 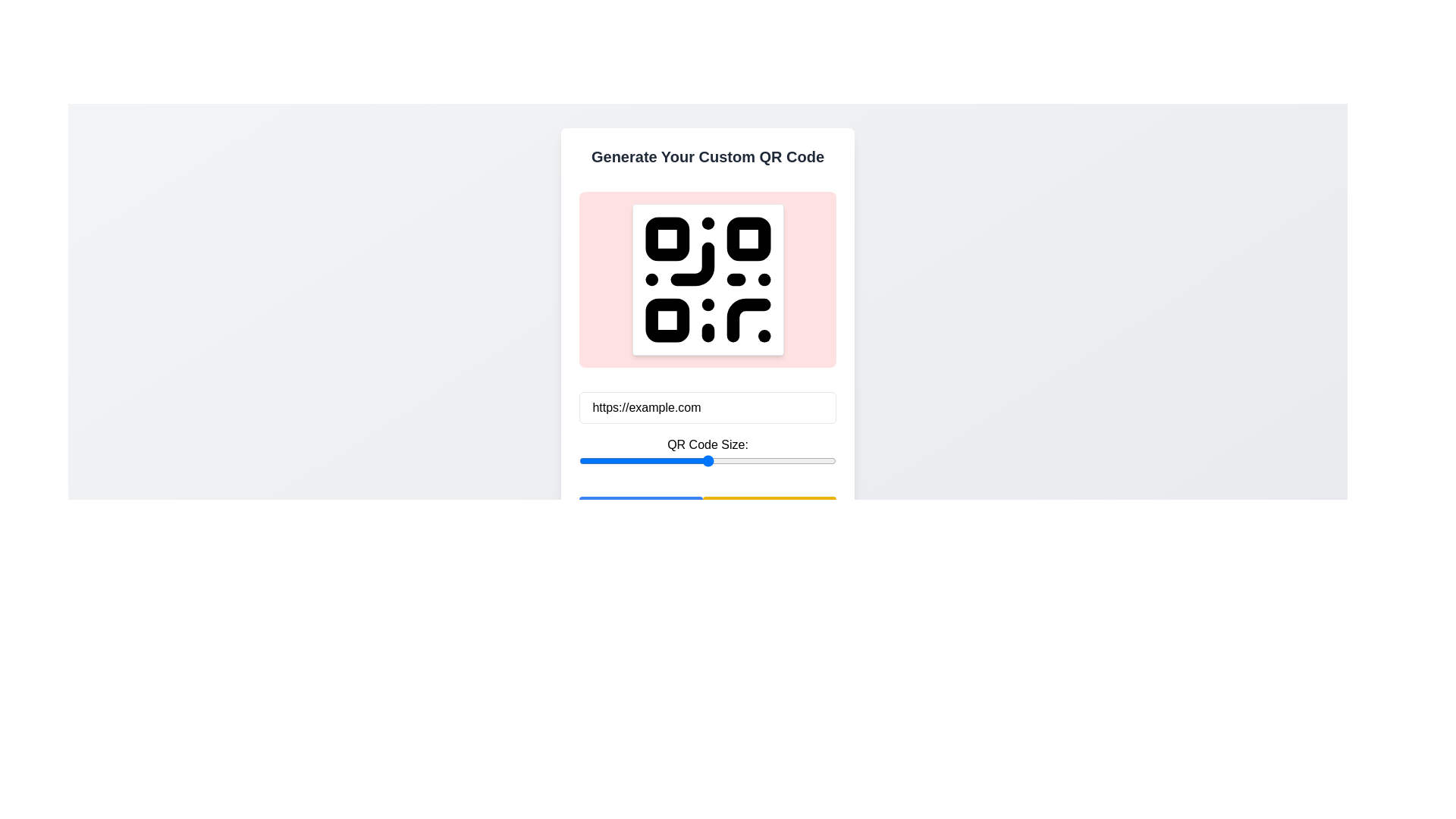 What do you see at coordinates (792, 460) in the screenshot?
I see `the QR code size` at bounding box center [792, 460].